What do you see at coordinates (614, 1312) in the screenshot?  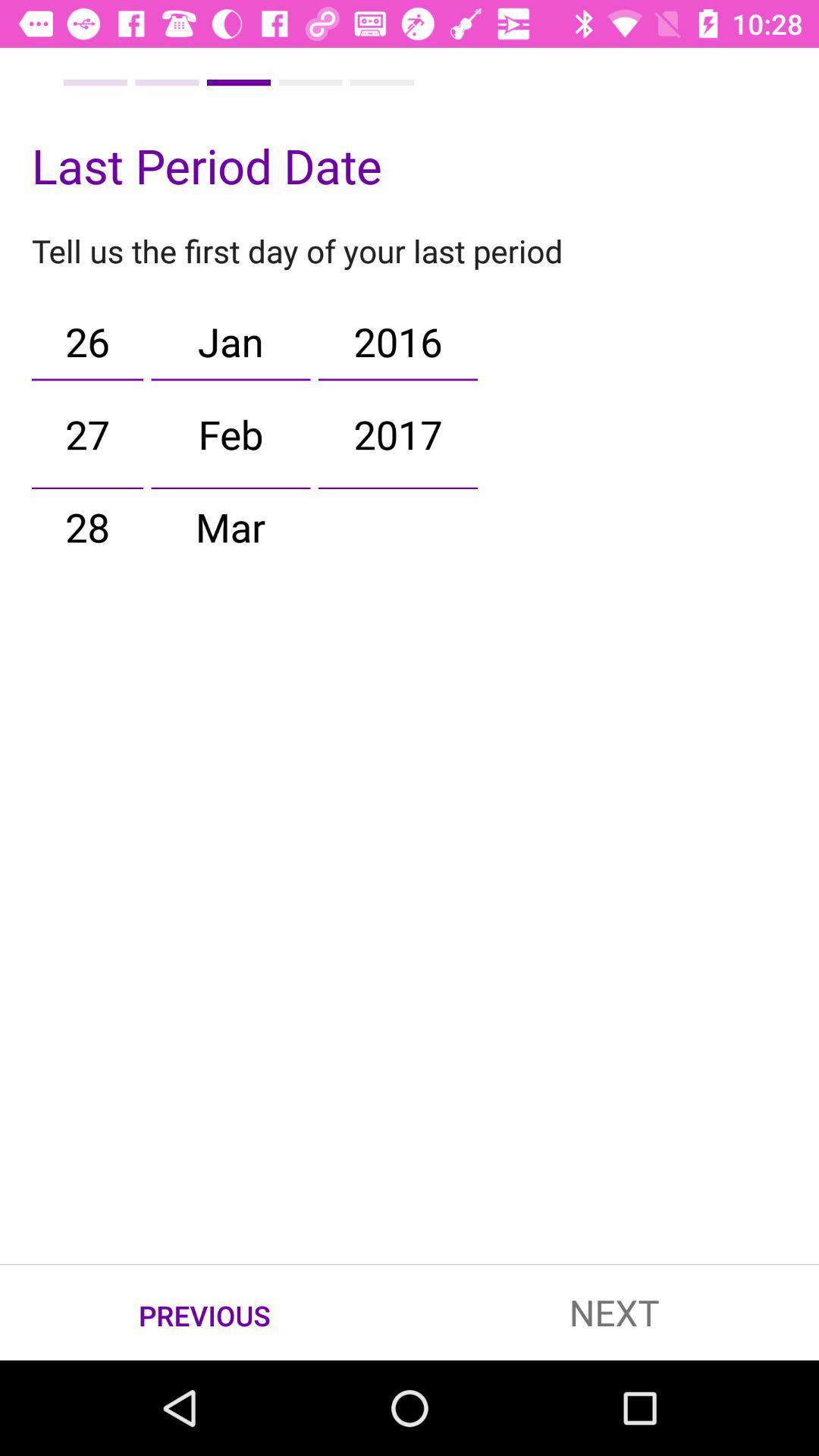 I see `the icon to the right of previous item` at bounding box center [614, 1312].